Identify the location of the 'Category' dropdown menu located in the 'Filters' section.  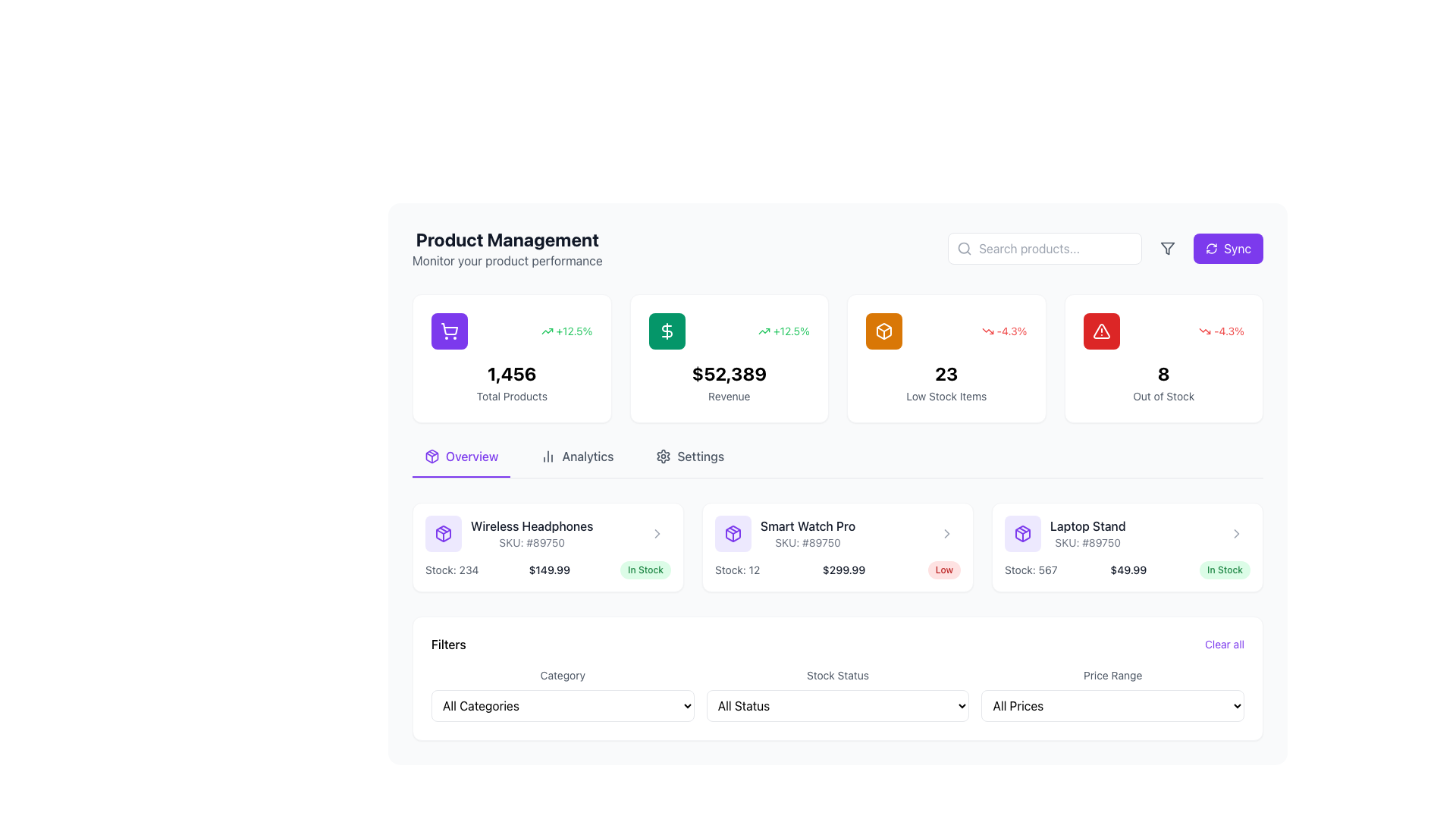
(562, 705).